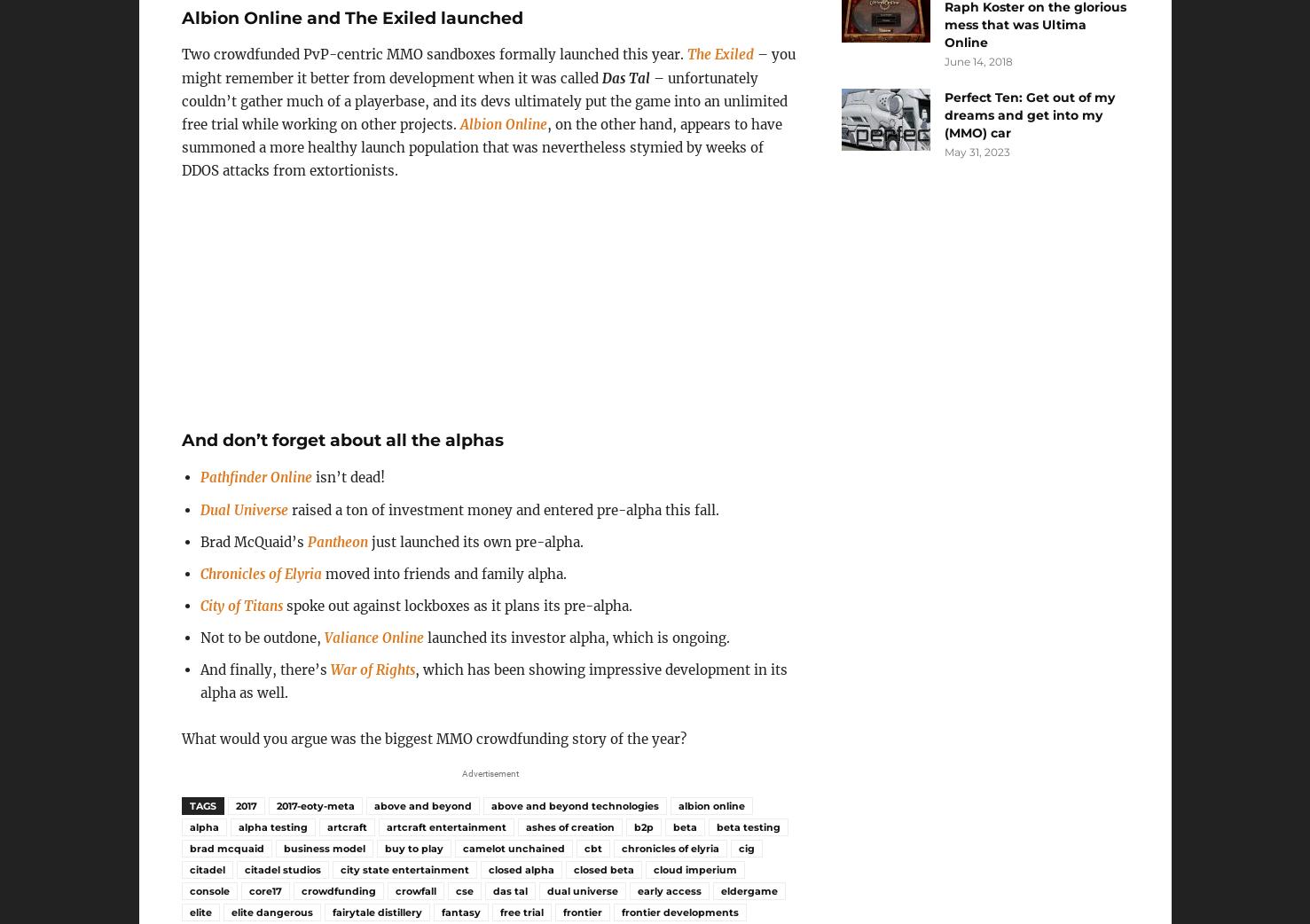 Image resolution: width=1310 pixels, height=924 pixels. I want to click on 'beta testing', so click(747, 826).